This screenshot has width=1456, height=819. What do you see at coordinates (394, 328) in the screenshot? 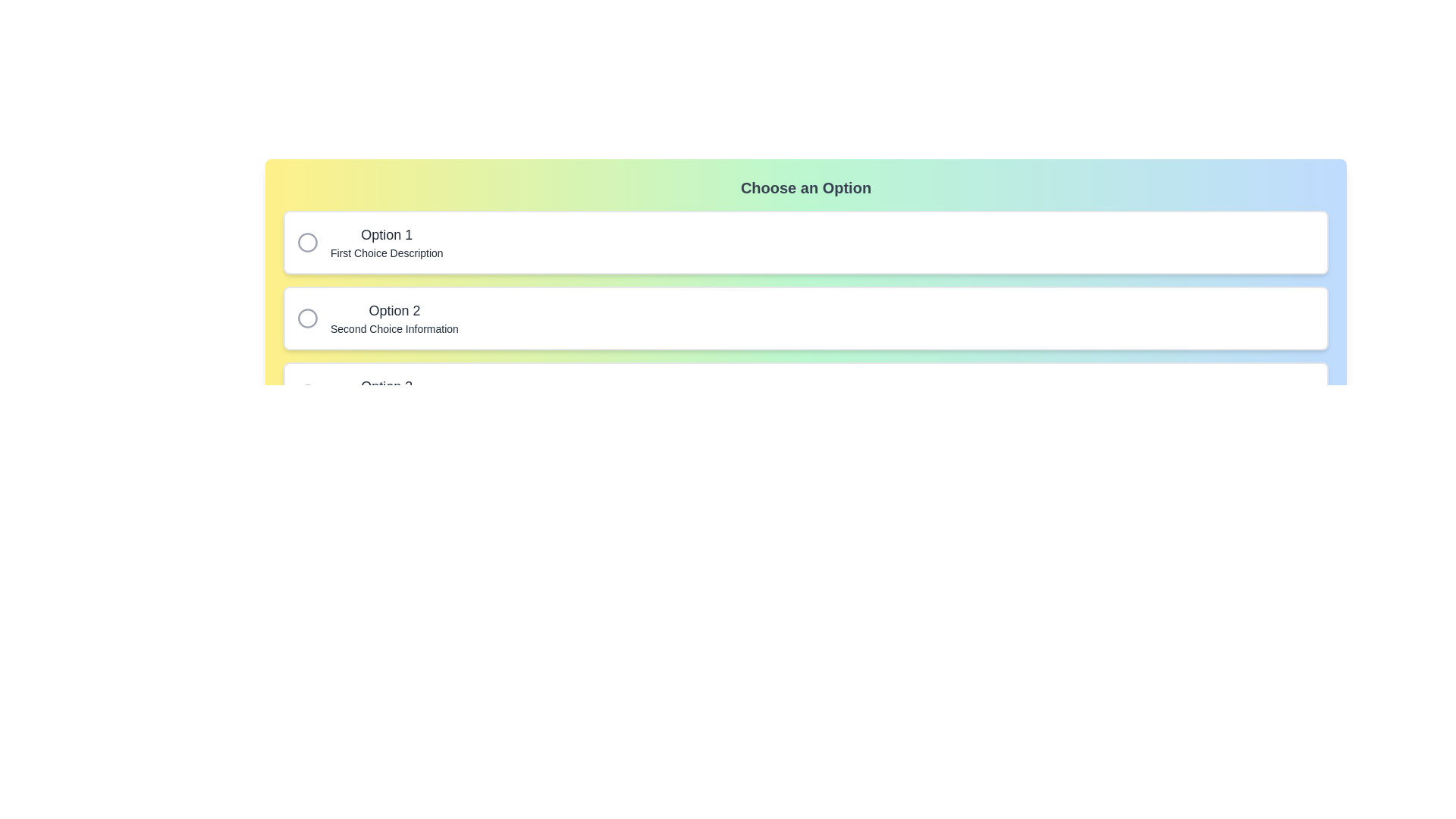
I see `the text label reading 'Second Choice Information' located below the 'Option 2' heading, which is centered horizontally in the second option group` at bounding box center [394, 328].